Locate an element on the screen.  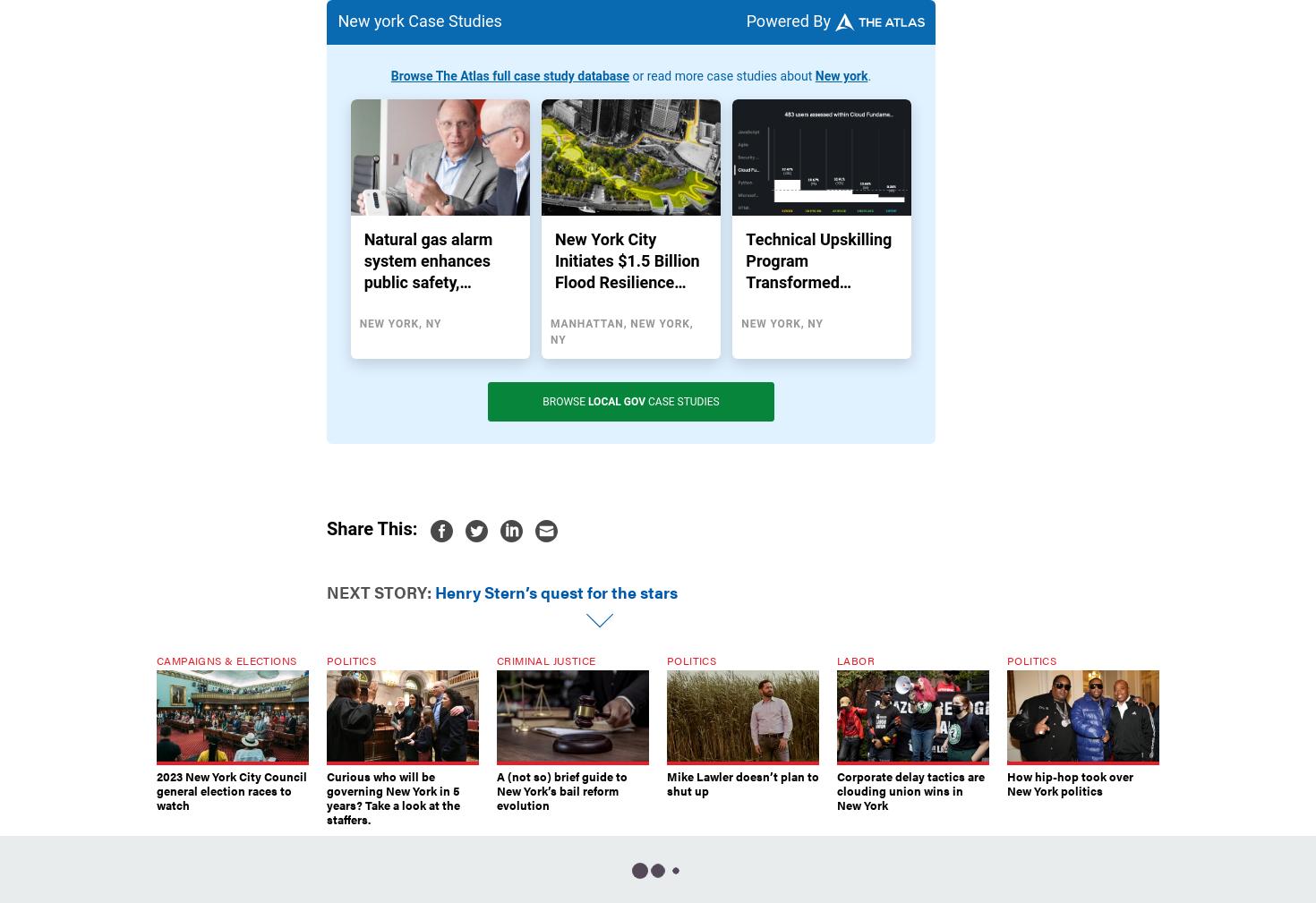
'Curious who will be governing New York in 5 years? Take a look at the staffers.' is located at coordinates (392, 797).